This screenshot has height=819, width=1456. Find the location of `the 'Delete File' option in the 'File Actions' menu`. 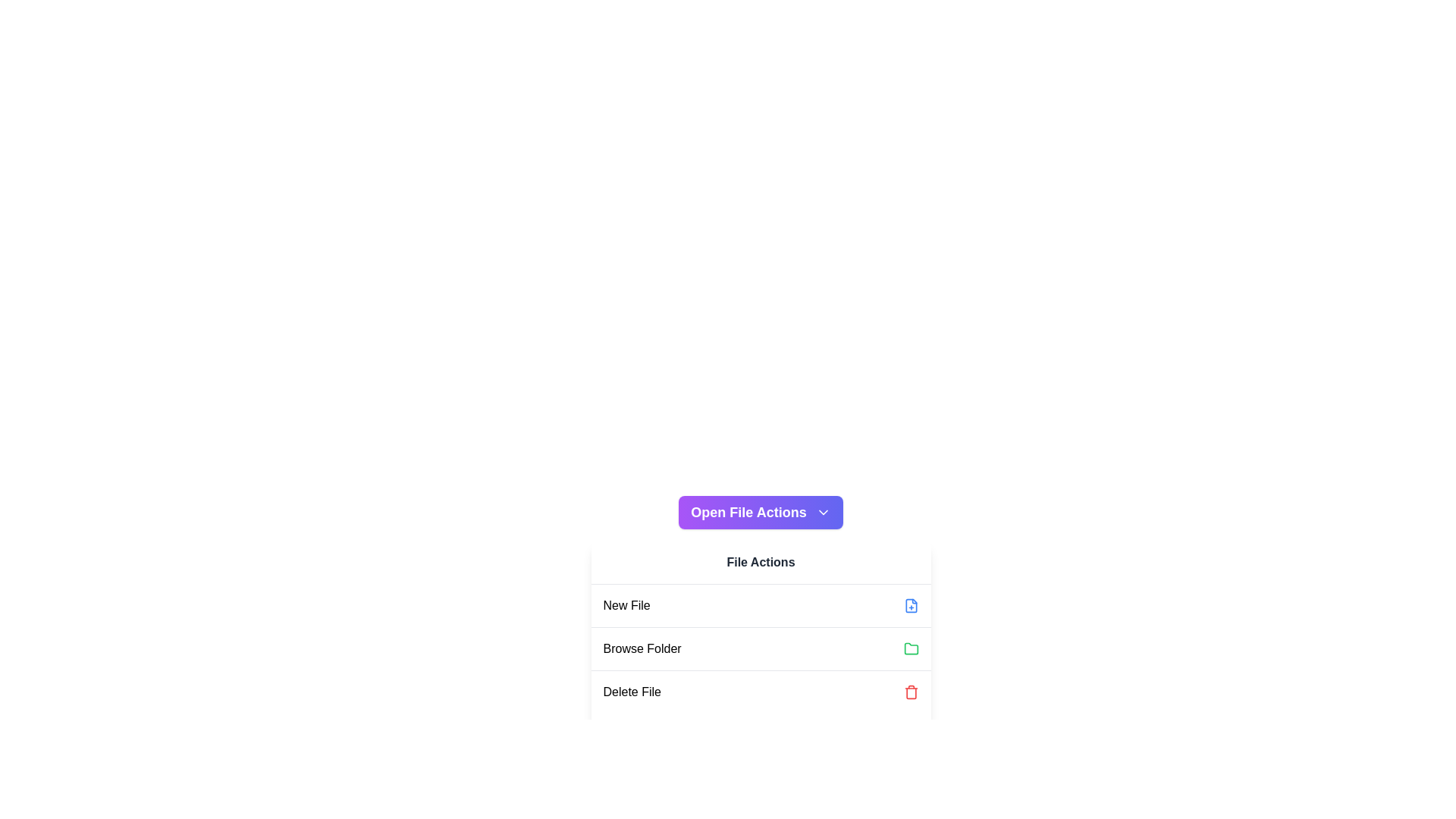

the 'Delete File' option in the 'File Actions' menu is located at coordinates (761, 692).